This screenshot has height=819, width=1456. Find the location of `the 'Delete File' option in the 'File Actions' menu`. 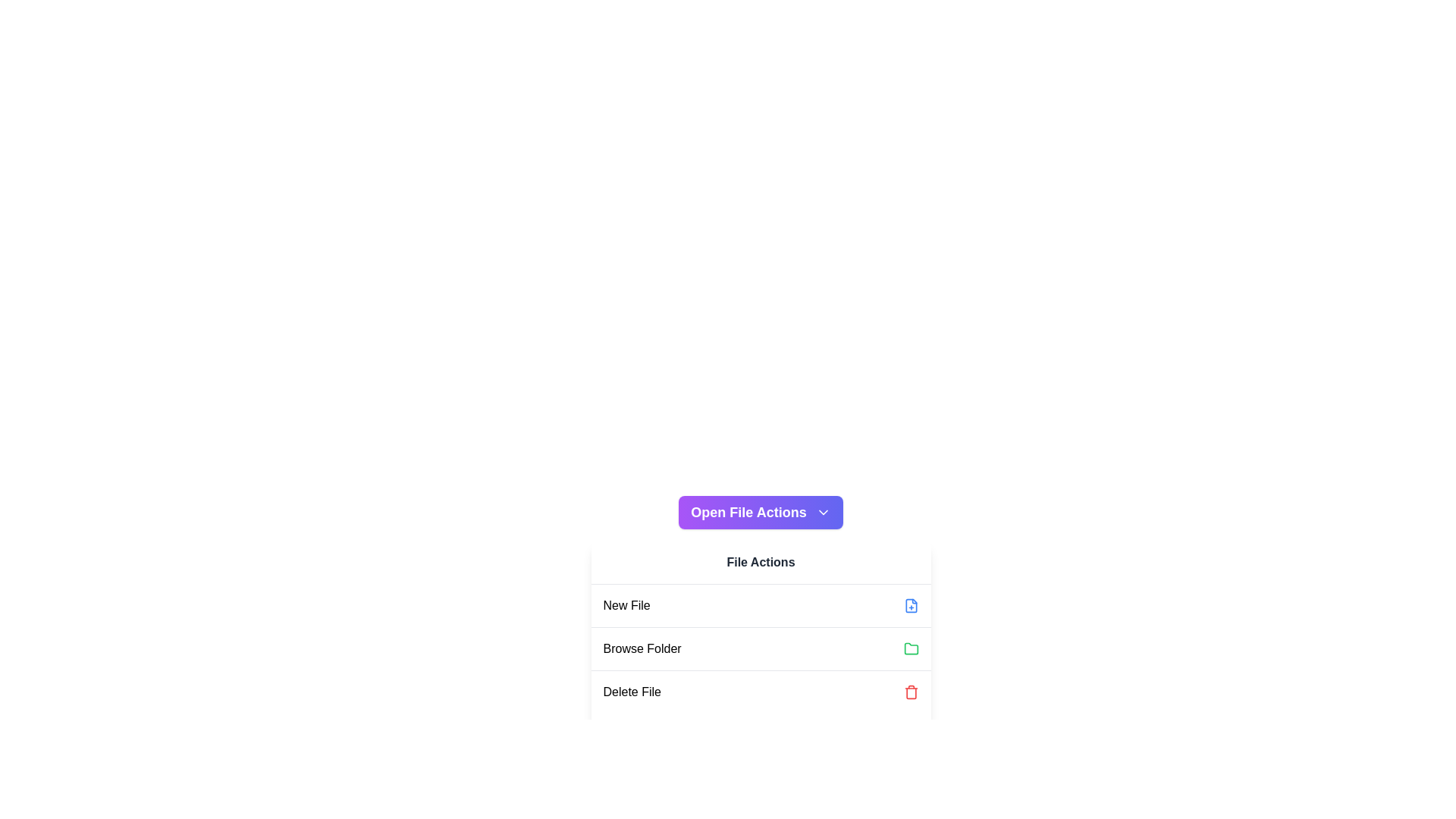

the 'Delete File' option in the 'File Actions' menu is located at coordinates (761, 692).